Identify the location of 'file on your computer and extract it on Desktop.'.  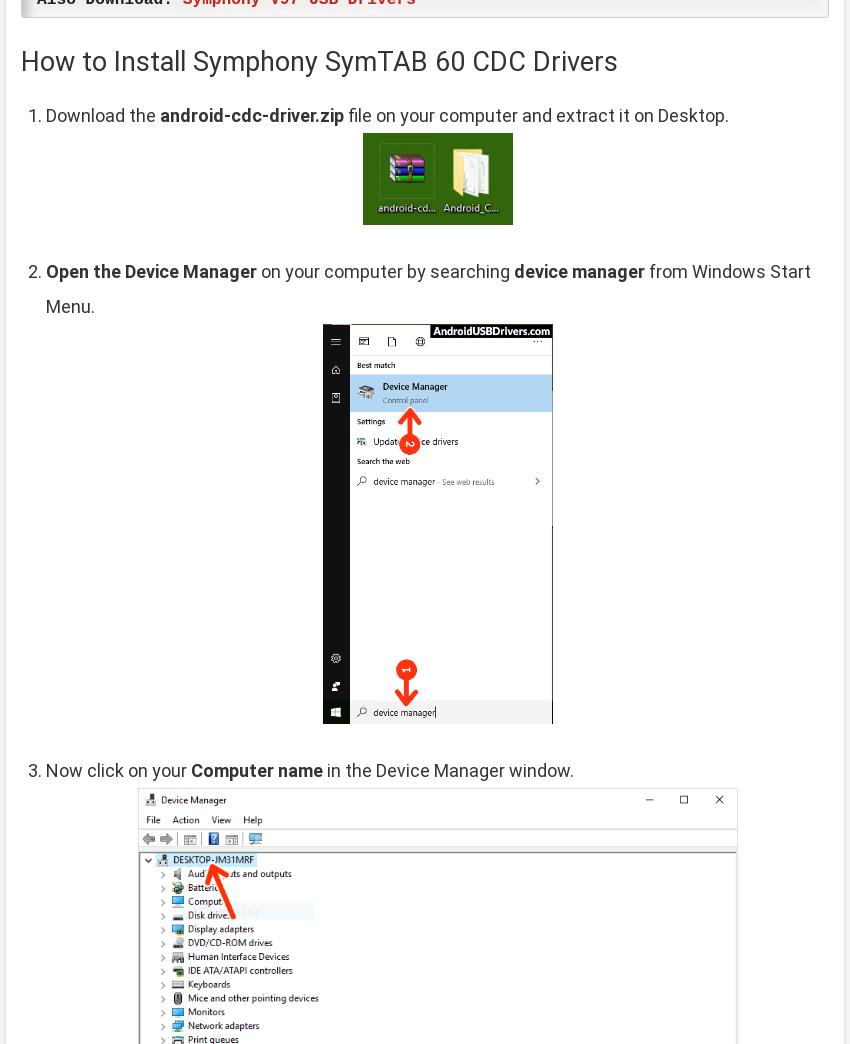
(535, 114).